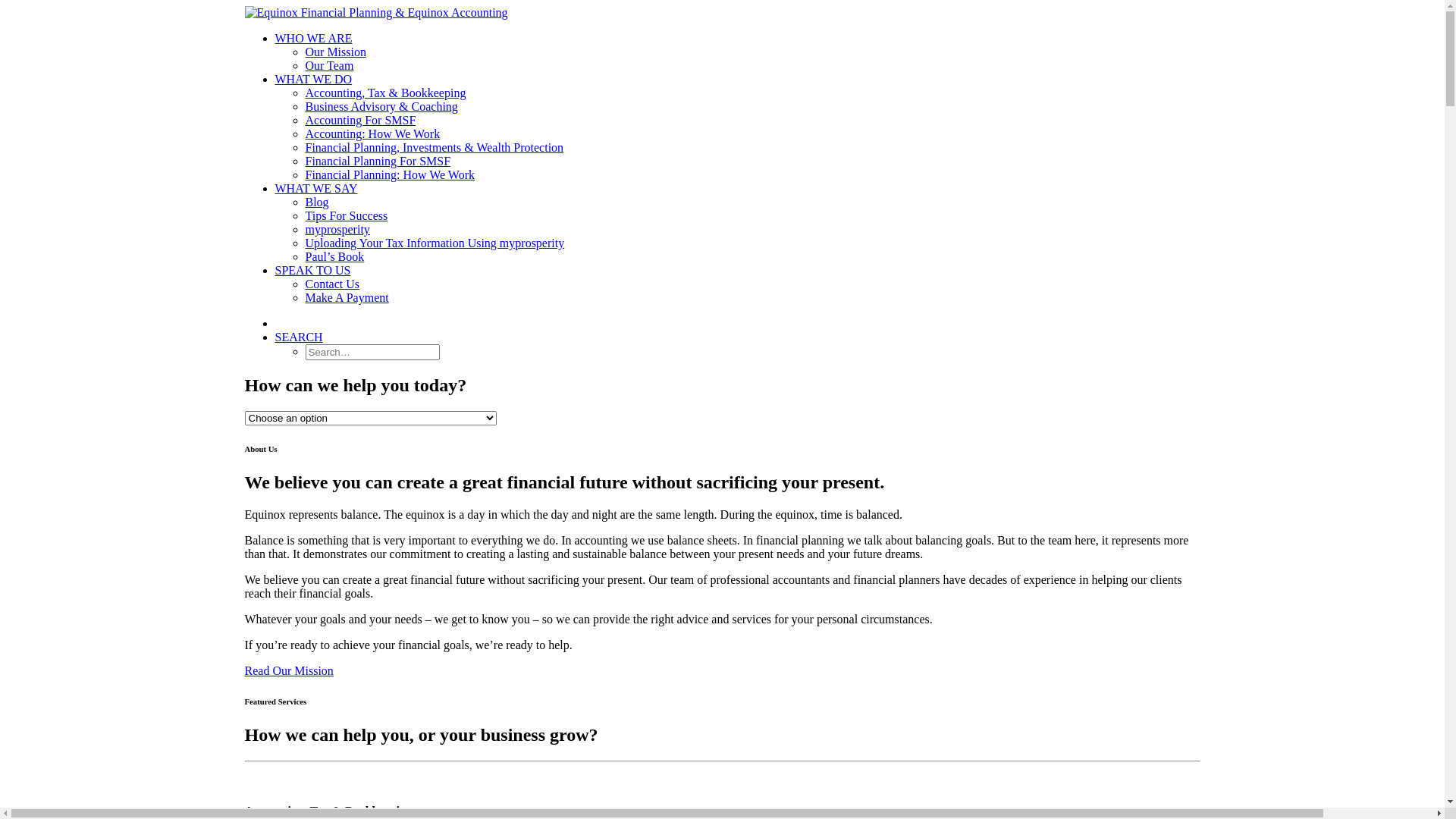 Image resolution: width=1456 pixels, height=819 pixels. Describe the element at coordinates (433, 147) in the screenshot. I see `'Financial Planning, Investments & Wealth Protection'` at that location.